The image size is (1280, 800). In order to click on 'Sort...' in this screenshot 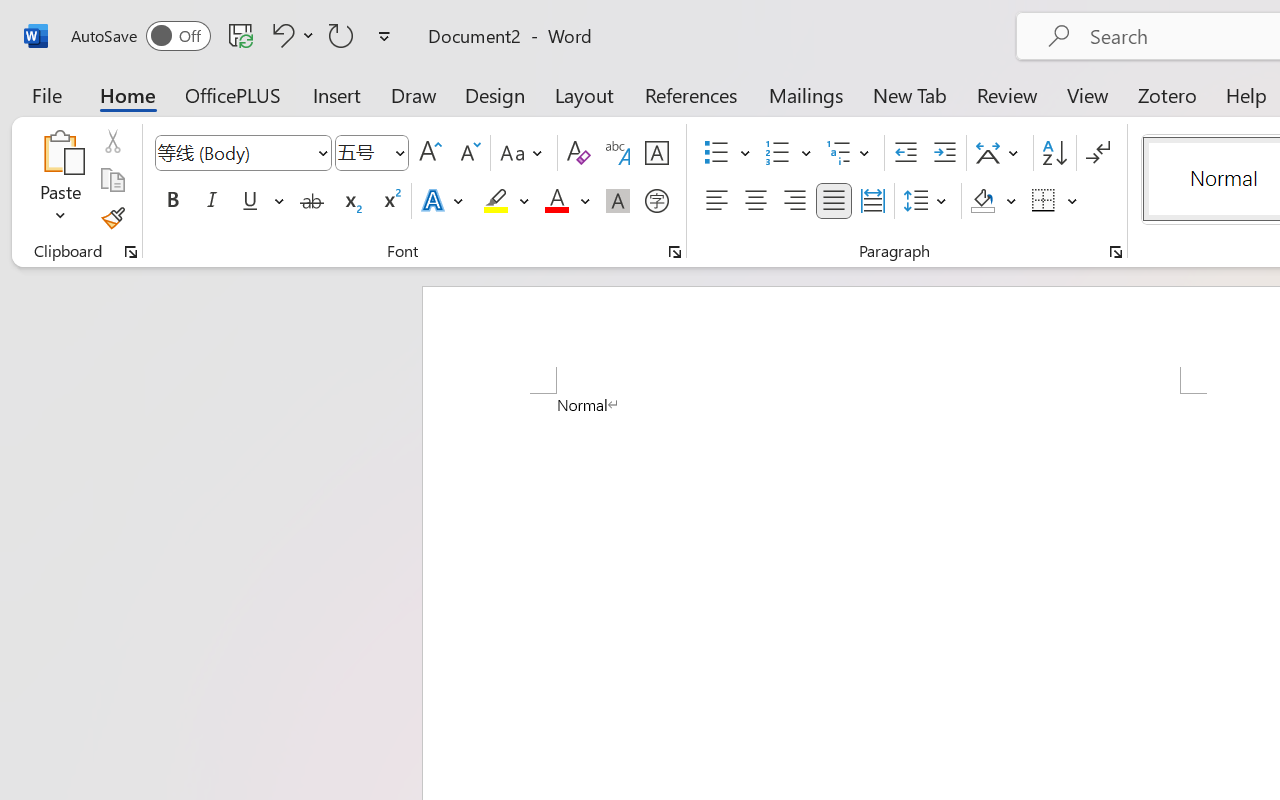, I will do `click(1053, 153)`.